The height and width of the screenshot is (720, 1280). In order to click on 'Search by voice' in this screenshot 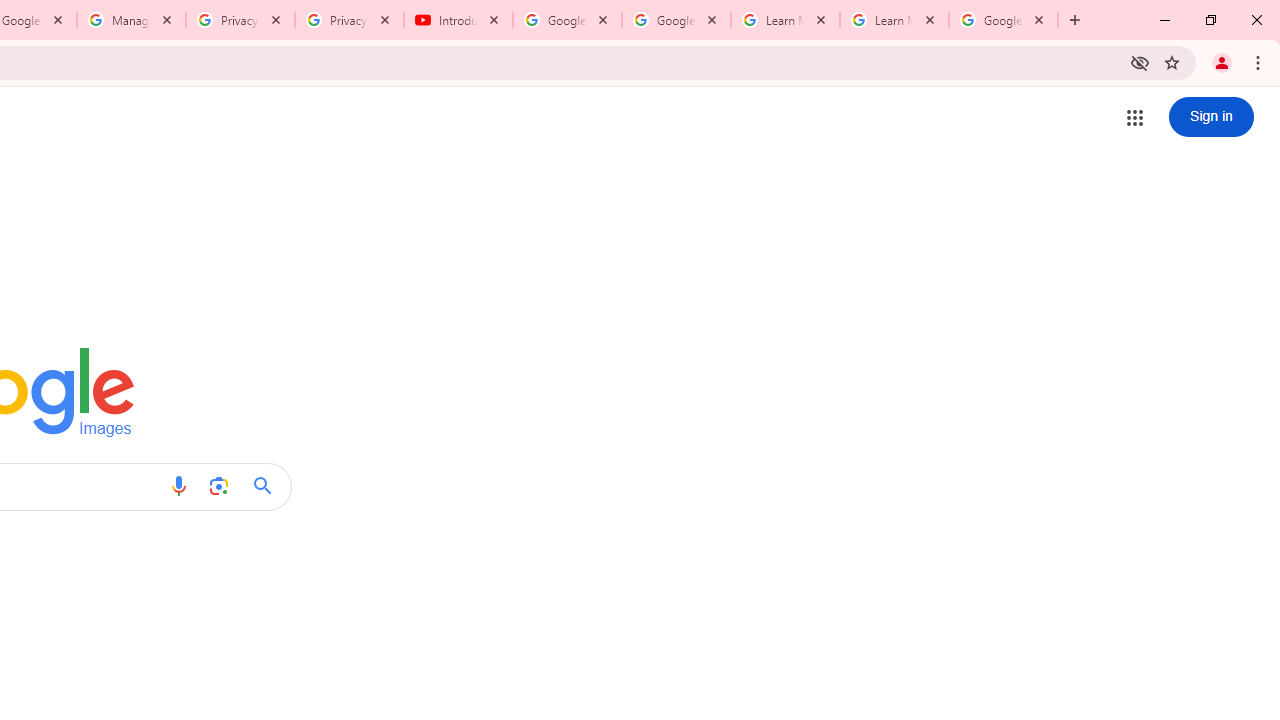, I will do `click(178, 486)`.